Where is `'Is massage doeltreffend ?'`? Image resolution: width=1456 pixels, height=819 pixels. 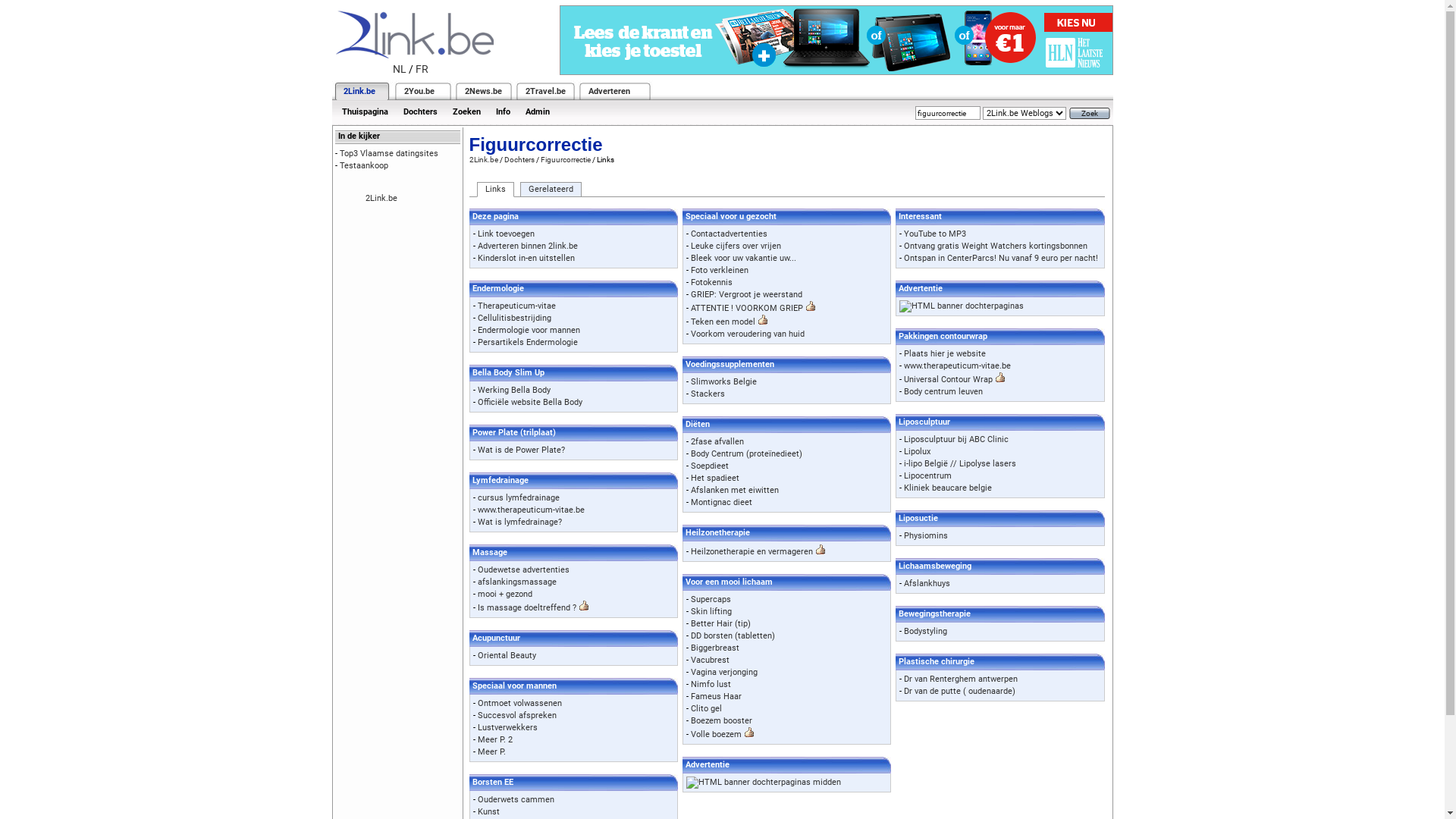
'Is massage doeltreffend ?' is located at coordinates (527, 607).